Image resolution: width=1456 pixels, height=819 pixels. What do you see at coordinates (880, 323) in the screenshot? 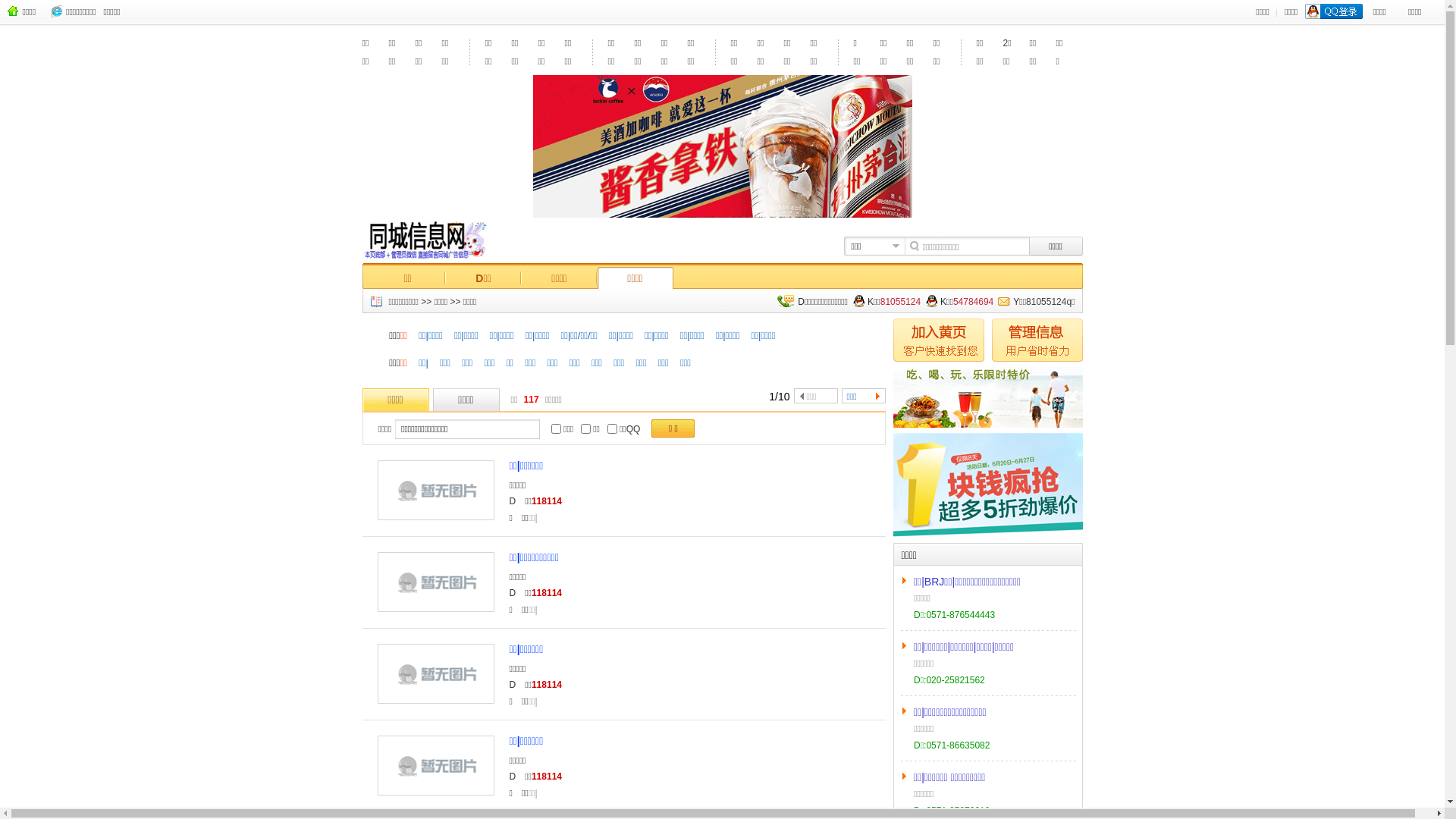
I see `'81055124'` at bounding box center [880, 323].